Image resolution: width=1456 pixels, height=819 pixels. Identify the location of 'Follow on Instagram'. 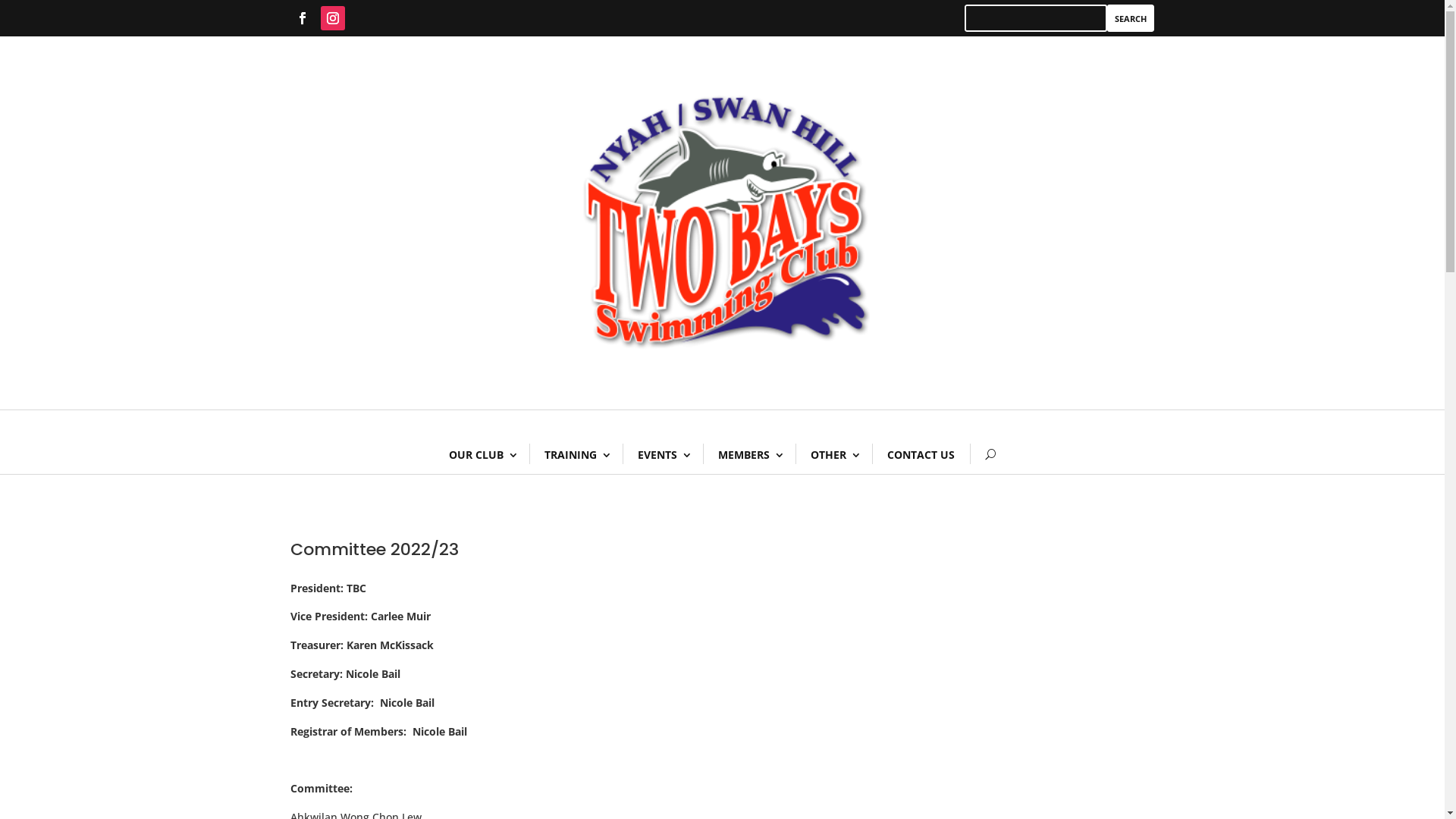
(331, 17).